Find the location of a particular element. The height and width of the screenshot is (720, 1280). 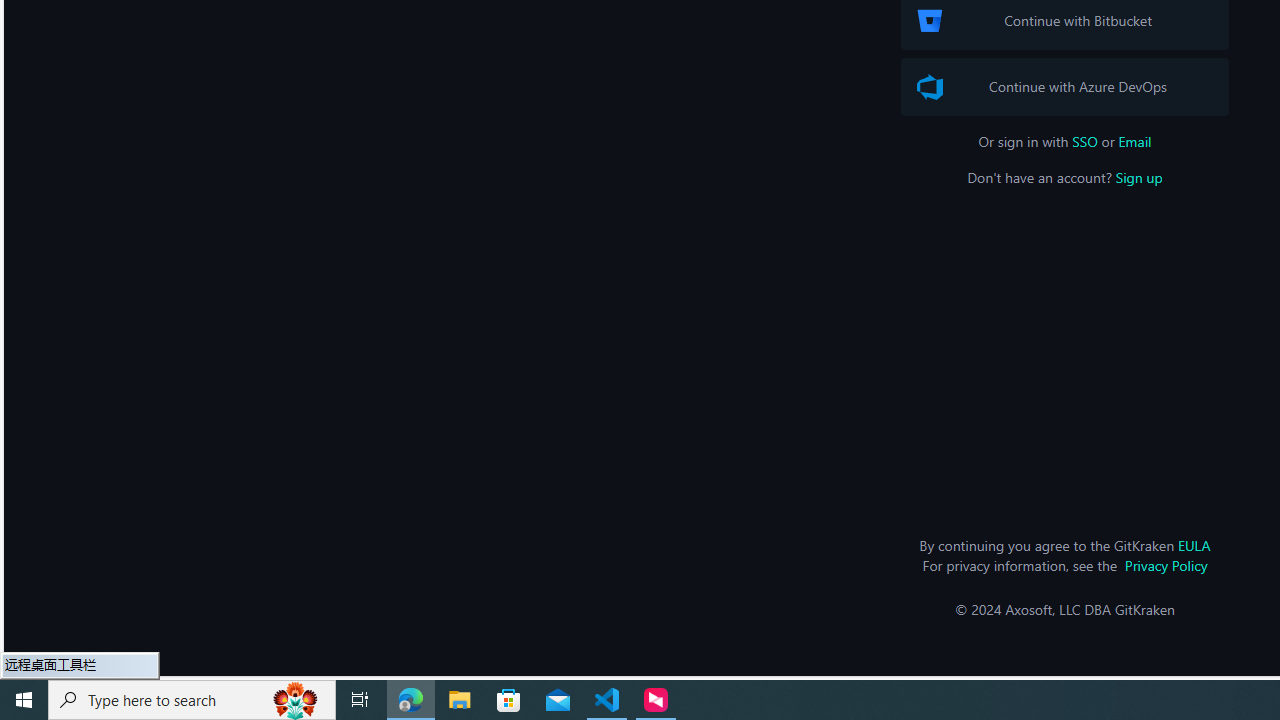

'Azure DevOps Logo Continue with Azure DevOps' is located at coordinates (1063, 86).